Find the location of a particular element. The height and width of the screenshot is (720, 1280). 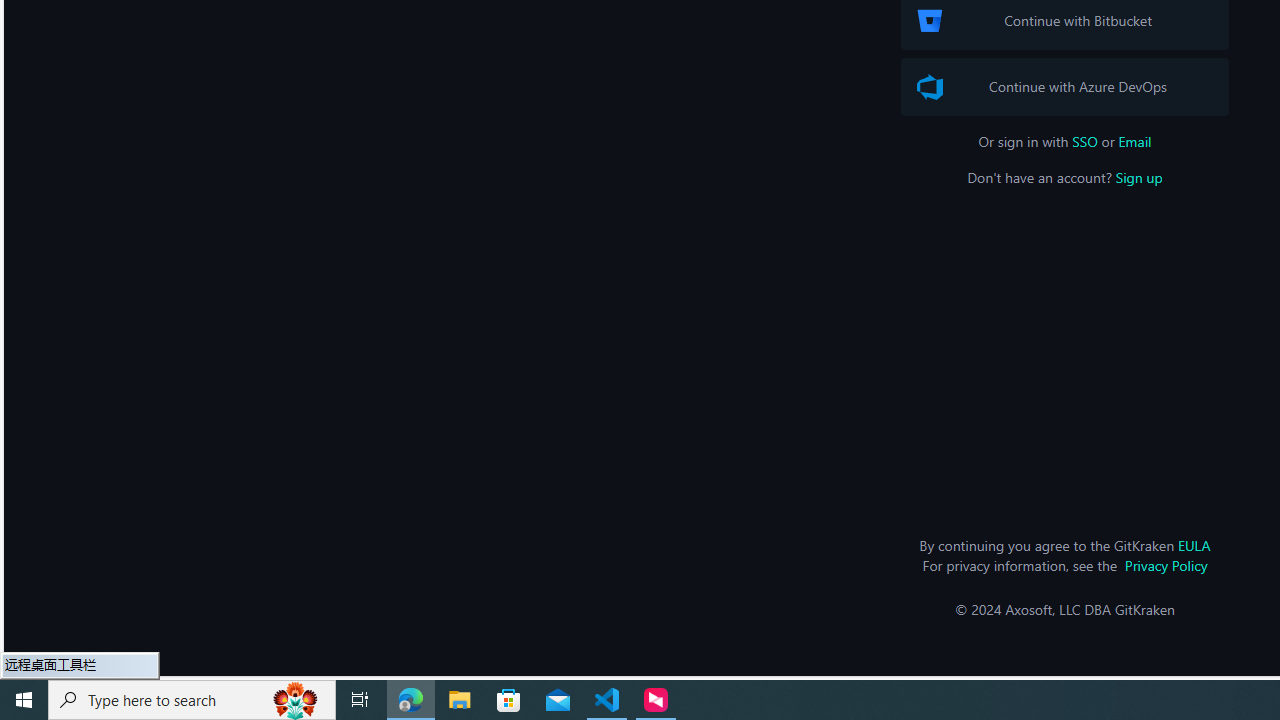

'Azure DevOps Logo Continue with Azure DevOps' is located at coordinates (1063, 86).